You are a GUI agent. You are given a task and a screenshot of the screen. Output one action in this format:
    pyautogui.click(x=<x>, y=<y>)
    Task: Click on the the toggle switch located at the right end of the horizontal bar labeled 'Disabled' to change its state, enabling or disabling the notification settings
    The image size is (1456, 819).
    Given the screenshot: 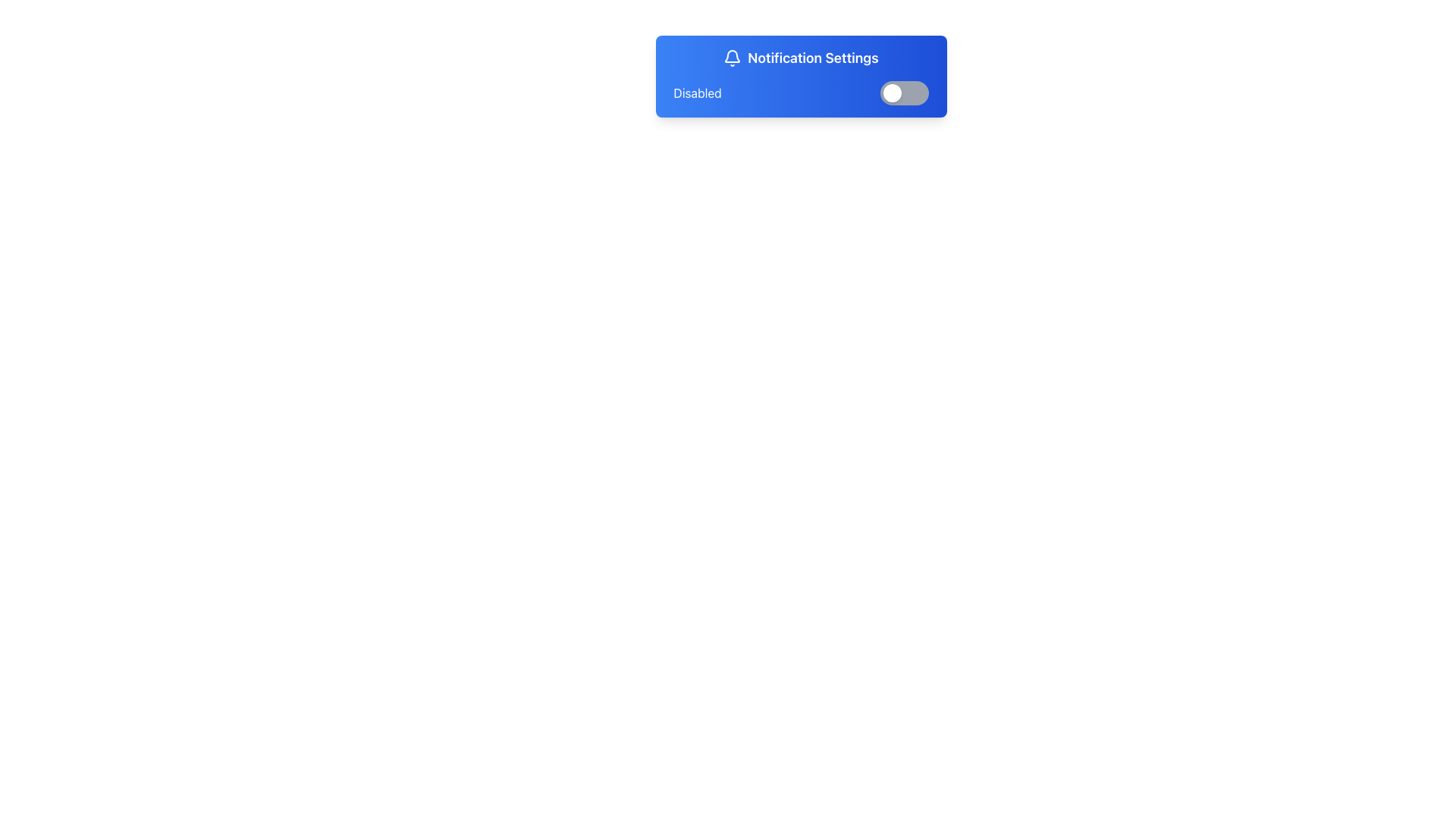 What is the action you would take?
    pyautogui.click(x=904, y=93)
    